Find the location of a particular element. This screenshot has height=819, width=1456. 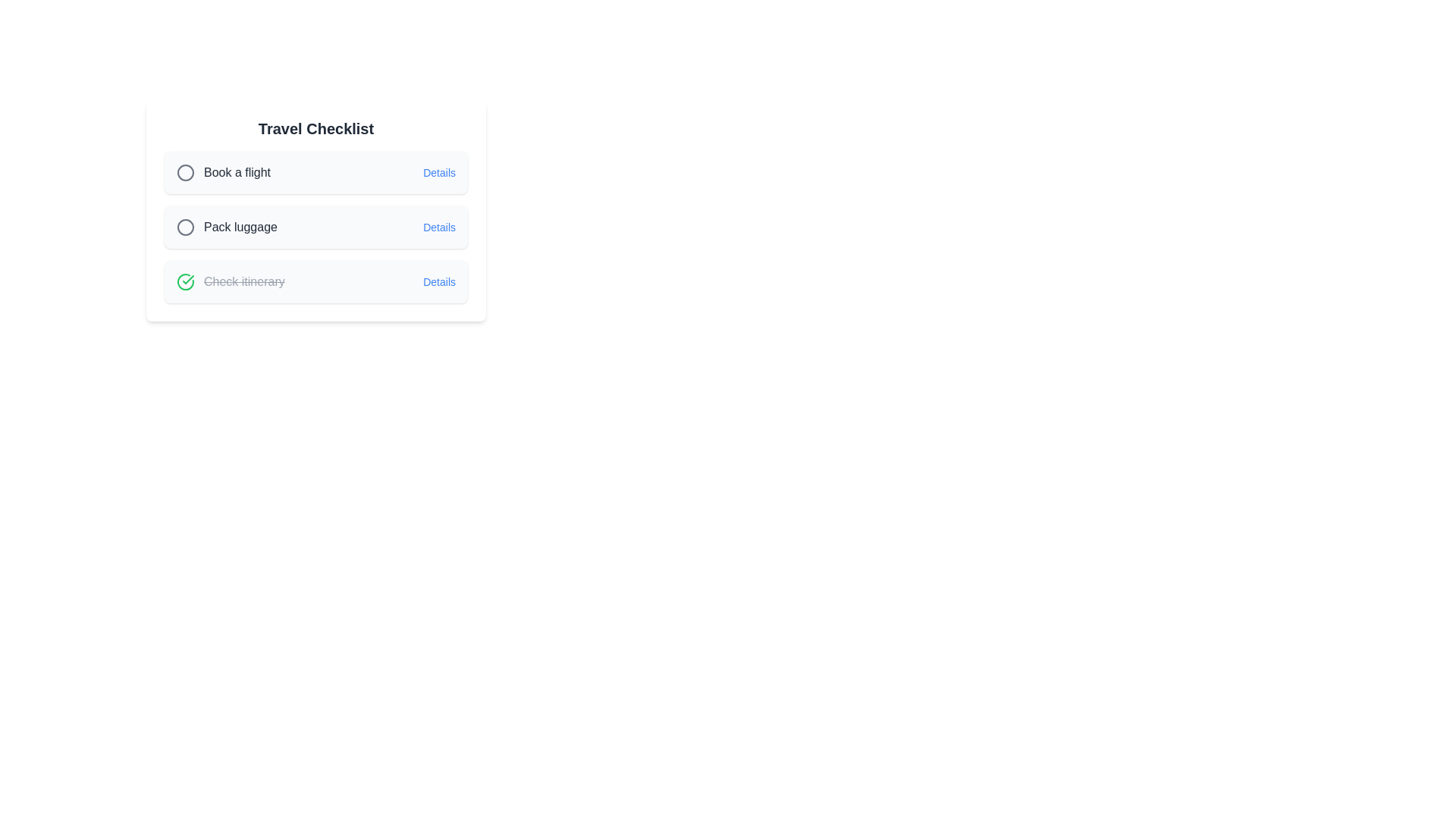

the clickable text or label providing additional information related to the checklist item 'Pack luggage', located on the right side of the second row in a vertical list of checklist items is located at coordinates (438, 227).